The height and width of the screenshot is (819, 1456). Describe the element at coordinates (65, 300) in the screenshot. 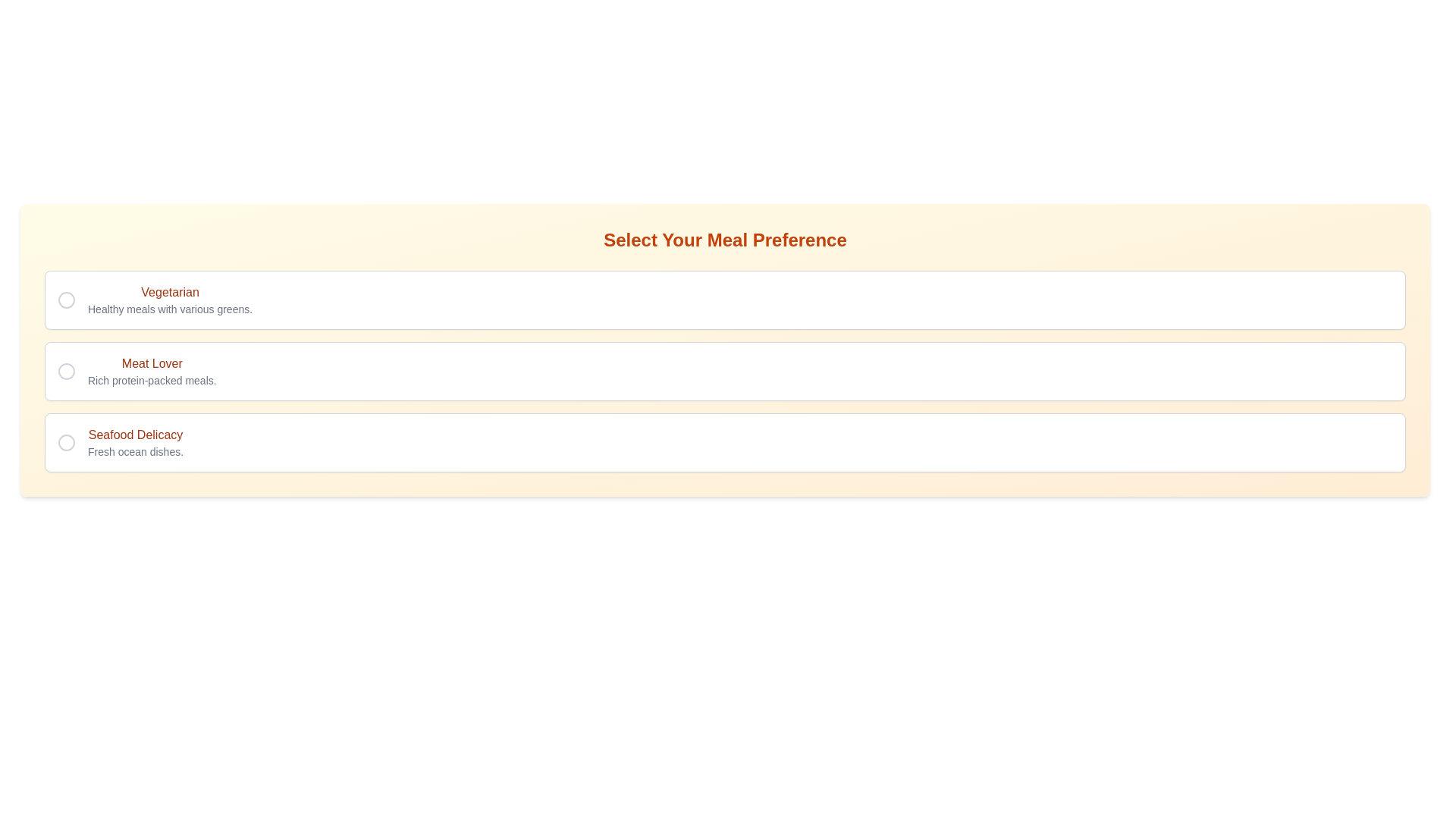

I see `the circular SVG element representing the 'Vegetarian' option in the radio button group` at that location.